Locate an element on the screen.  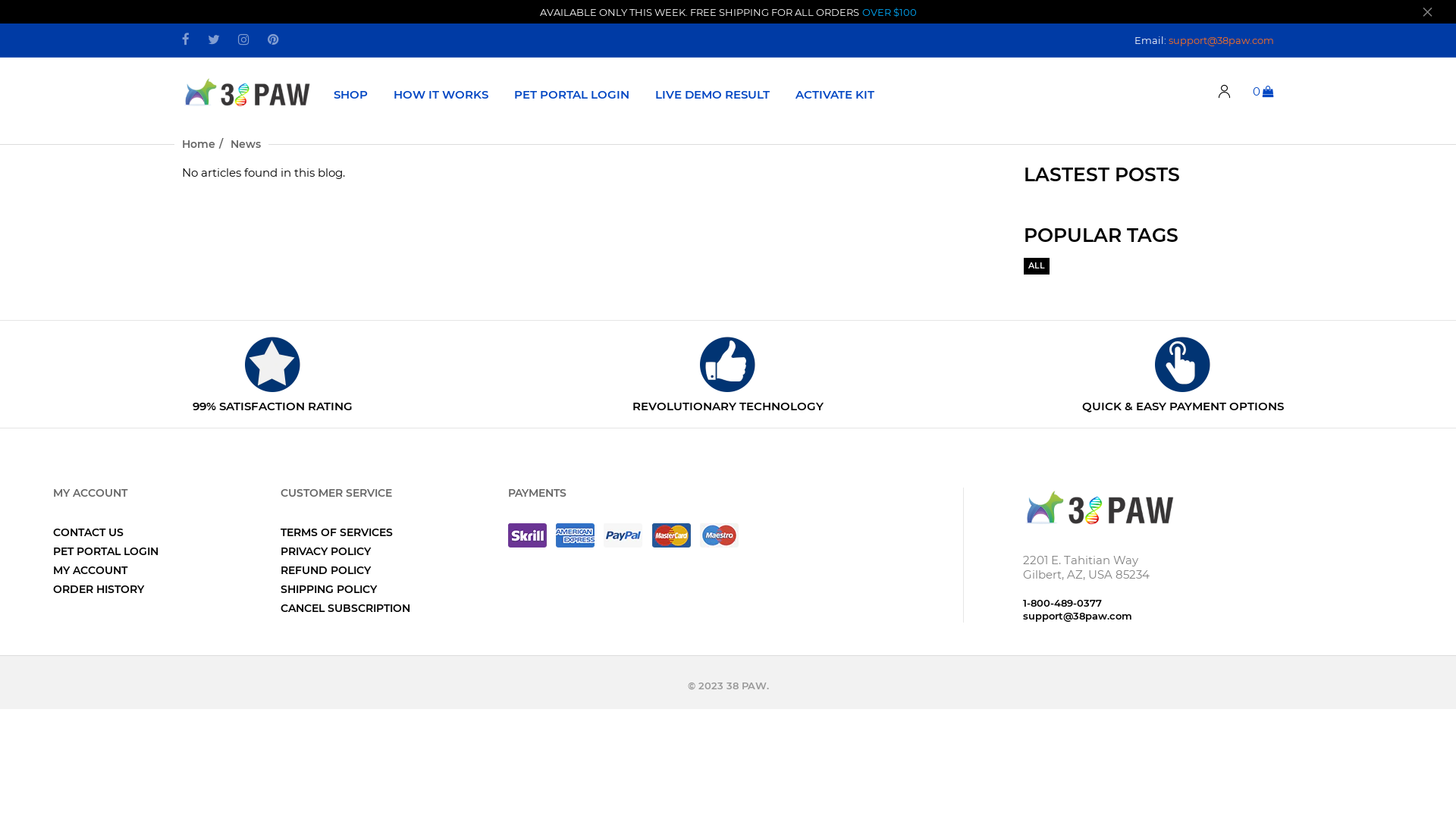
'LIVE DEMO RESULT' is located at coordinates (711, 93).